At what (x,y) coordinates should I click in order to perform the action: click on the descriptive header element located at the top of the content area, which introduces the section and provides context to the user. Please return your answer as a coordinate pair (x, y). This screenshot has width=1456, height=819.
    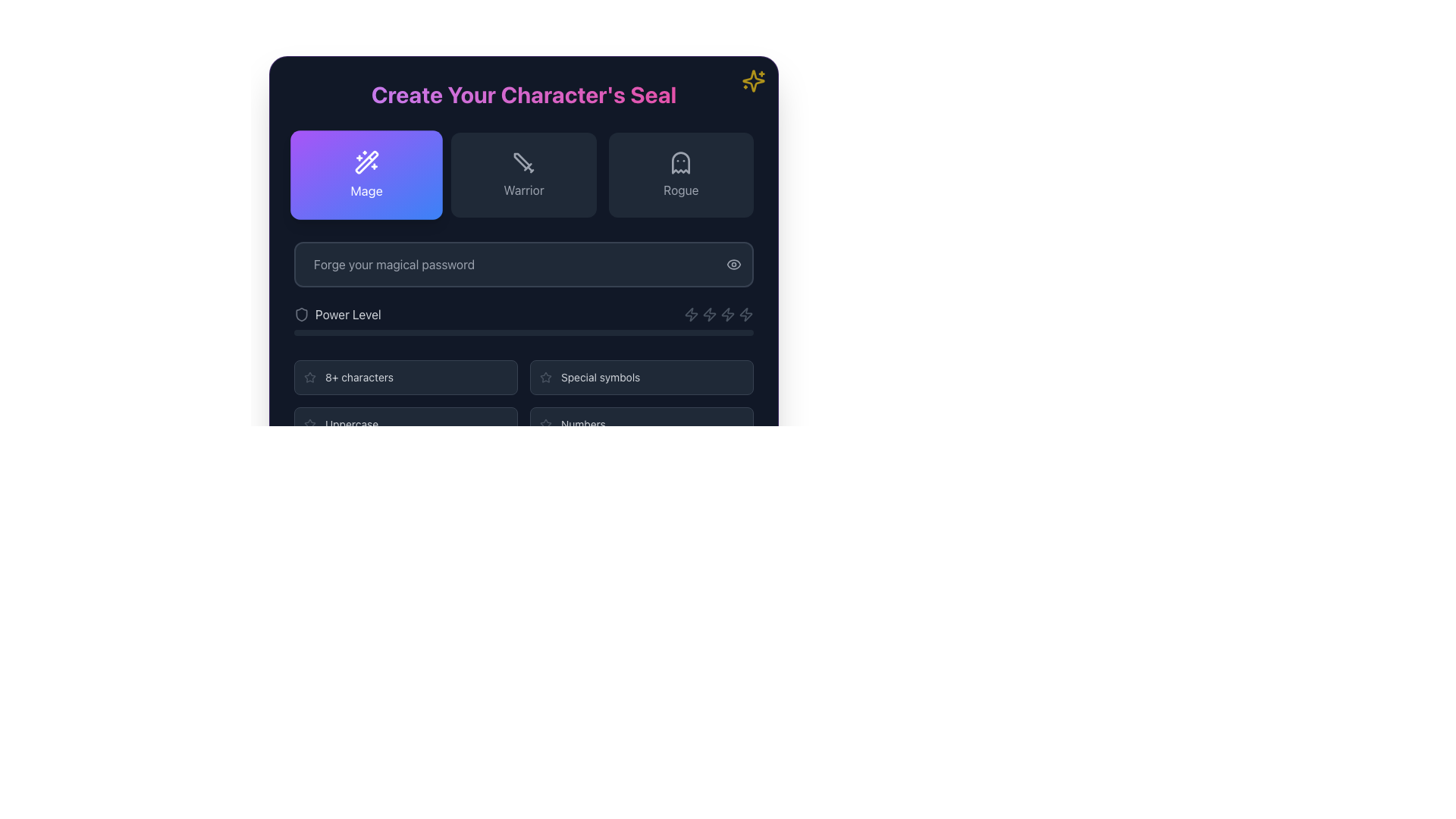
    Looking at the image, I should click on (524, 94).